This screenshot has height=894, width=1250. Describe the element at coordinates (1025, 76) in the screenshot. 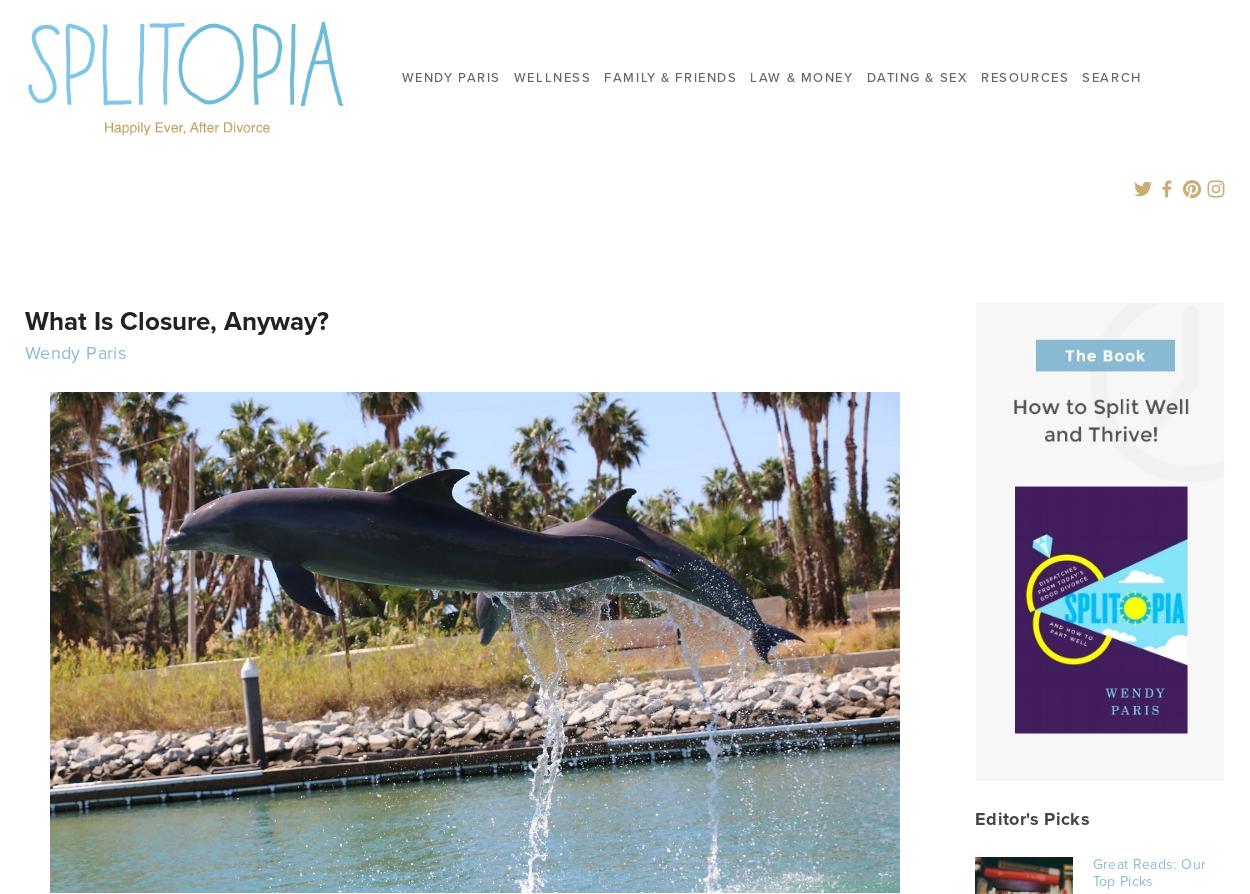

I see `'Resources'` at that location.